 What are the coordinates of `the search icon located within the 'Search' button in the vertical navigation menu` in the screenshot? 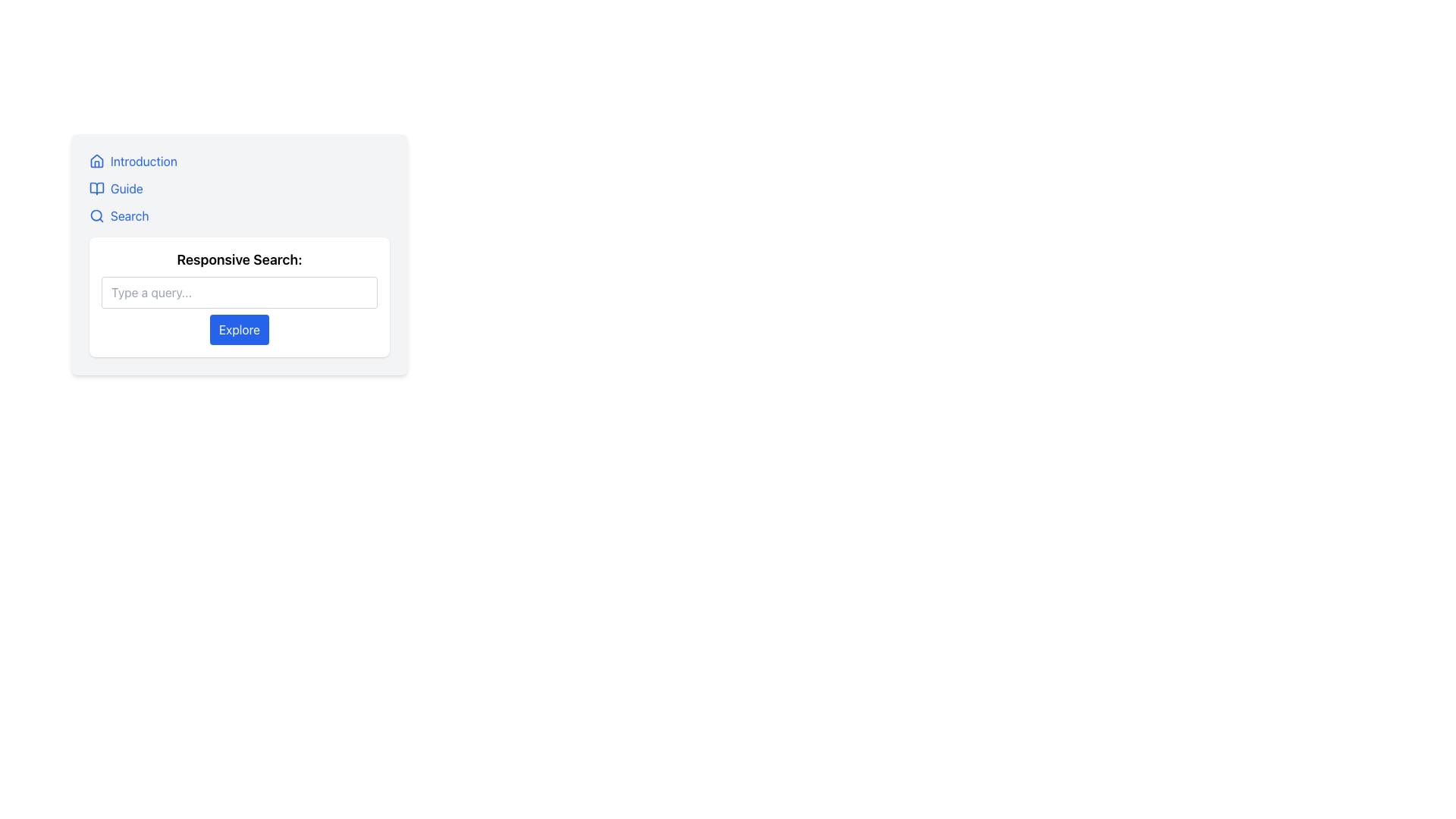 It's located at (96, 216).